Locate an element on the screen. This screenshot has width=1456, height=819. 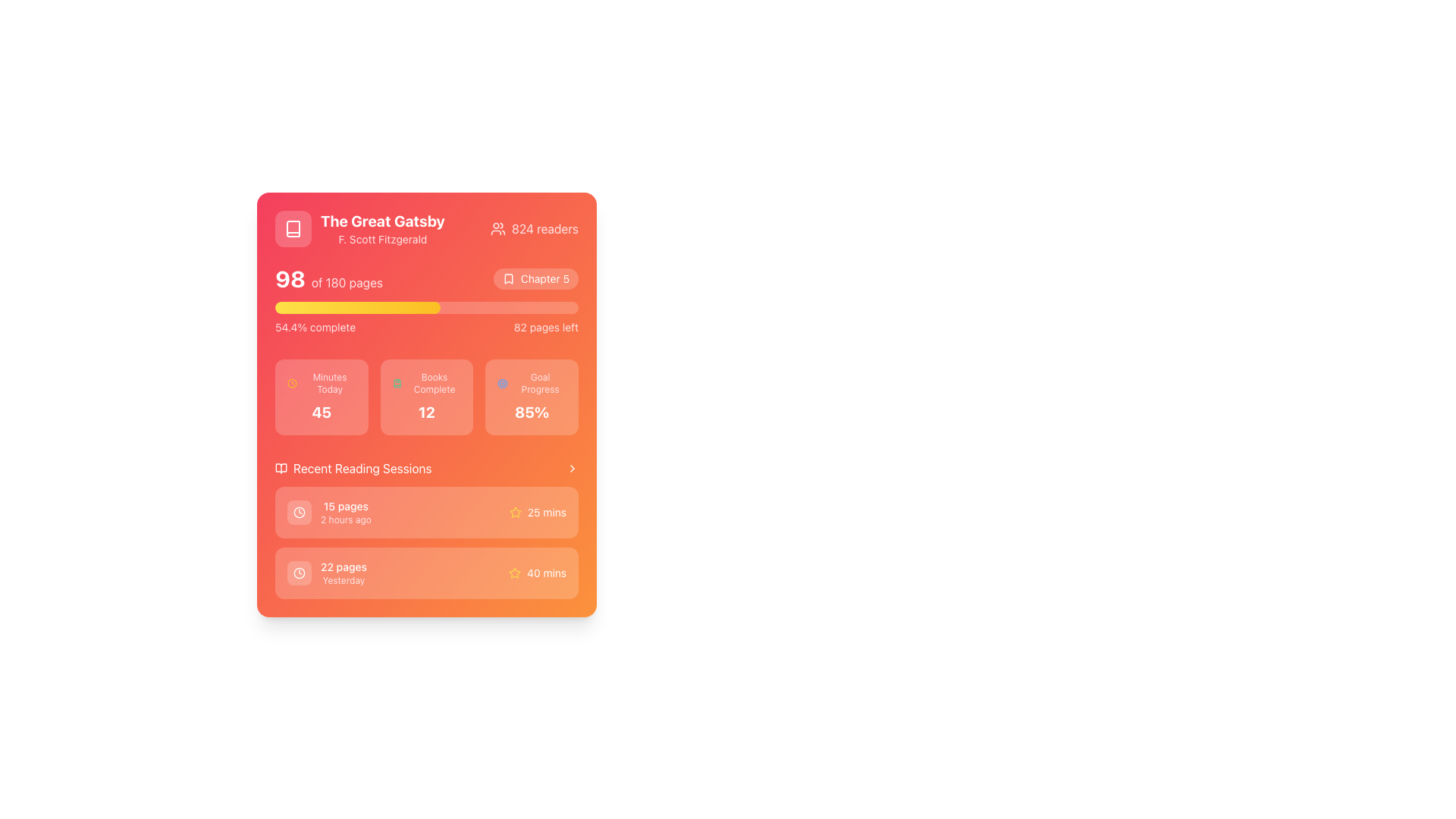
the 'Books Complete' label is located at coordinates (425, 382).